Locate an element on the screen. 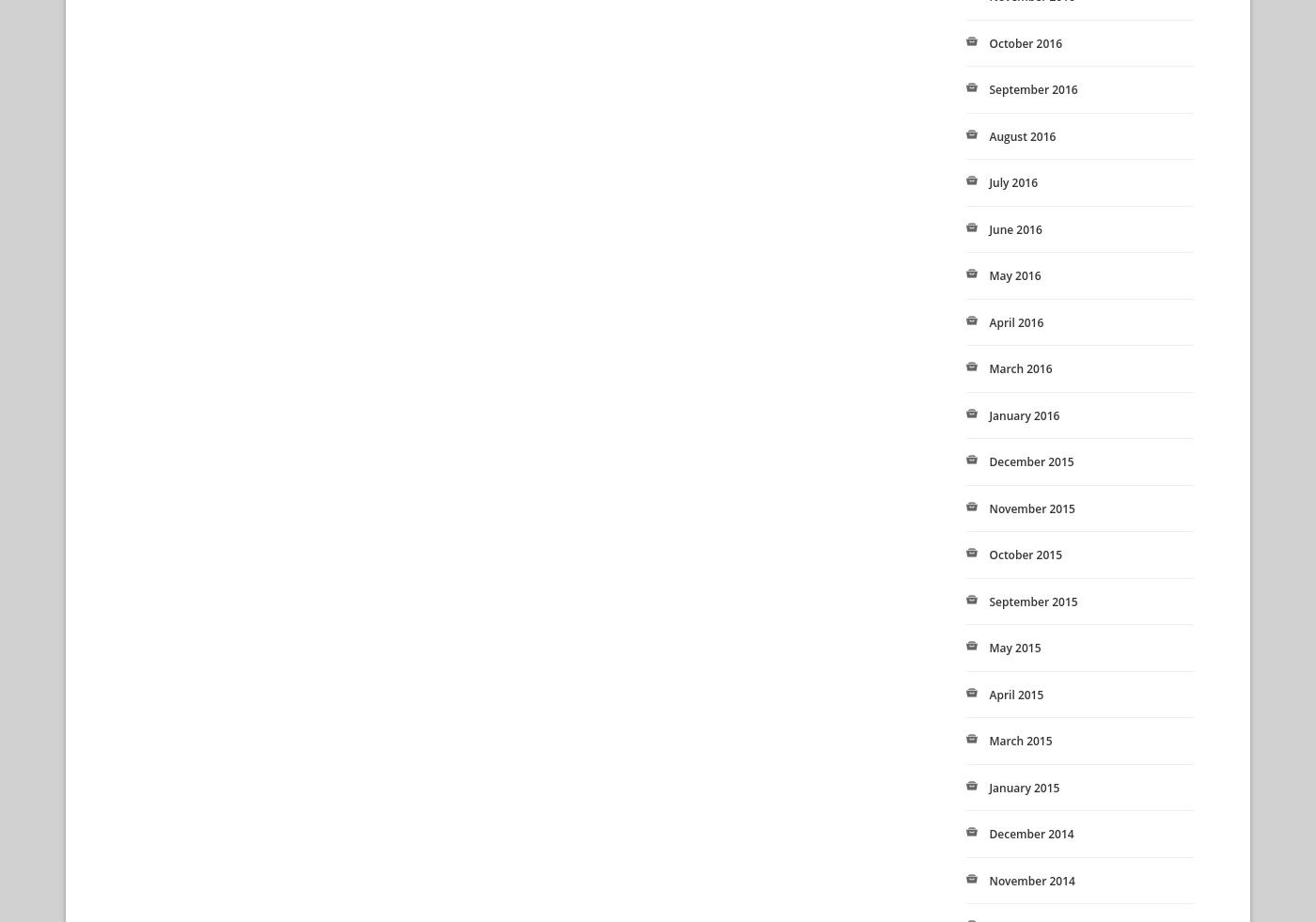  'April 2015' is located at coordinates (1015, 694).